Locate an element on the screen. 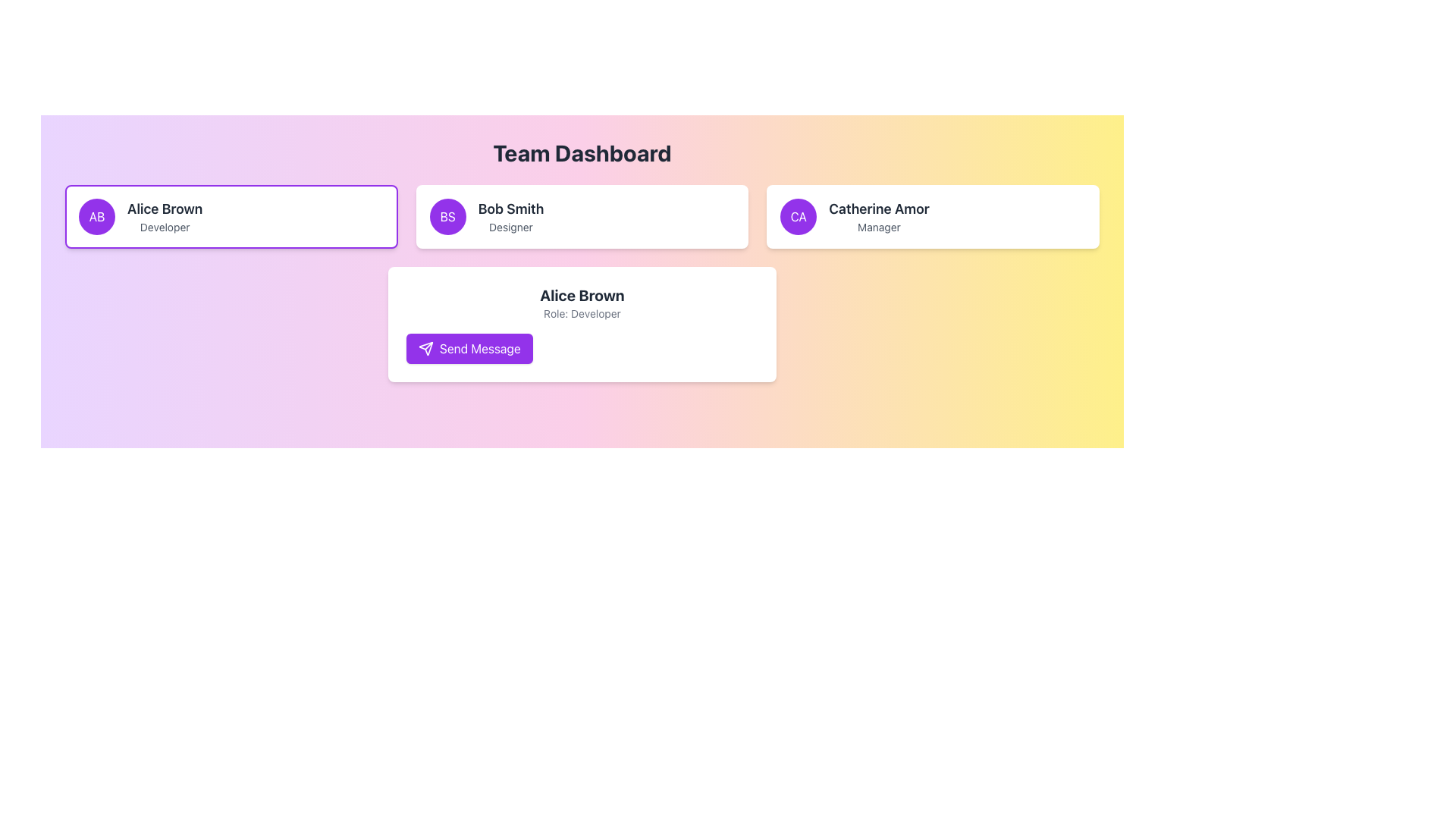 This screenshot has height=819, width=1456. the text label 'Alice Brown' which is styled in large, bold, semibold dark gray font, located in the team card in the top-left section of the interface is located at coordinates (165, 209).